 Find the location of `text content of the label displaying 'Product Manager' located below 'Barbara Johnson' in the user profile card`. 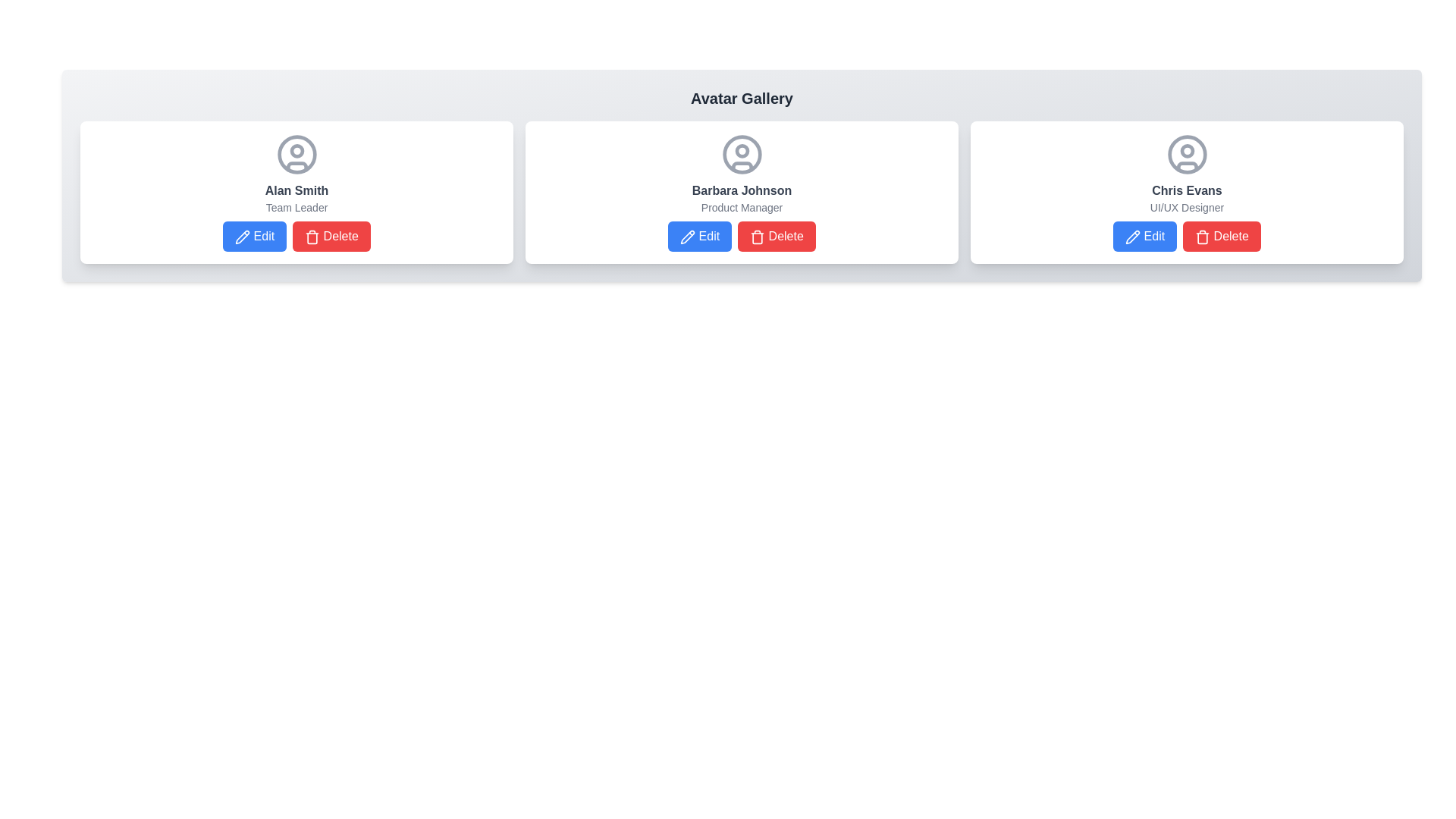

text content of the label displaying 'Product Manager' located below 'Barbara Johnson' in the user profile card is located at coordinates (742, 207).